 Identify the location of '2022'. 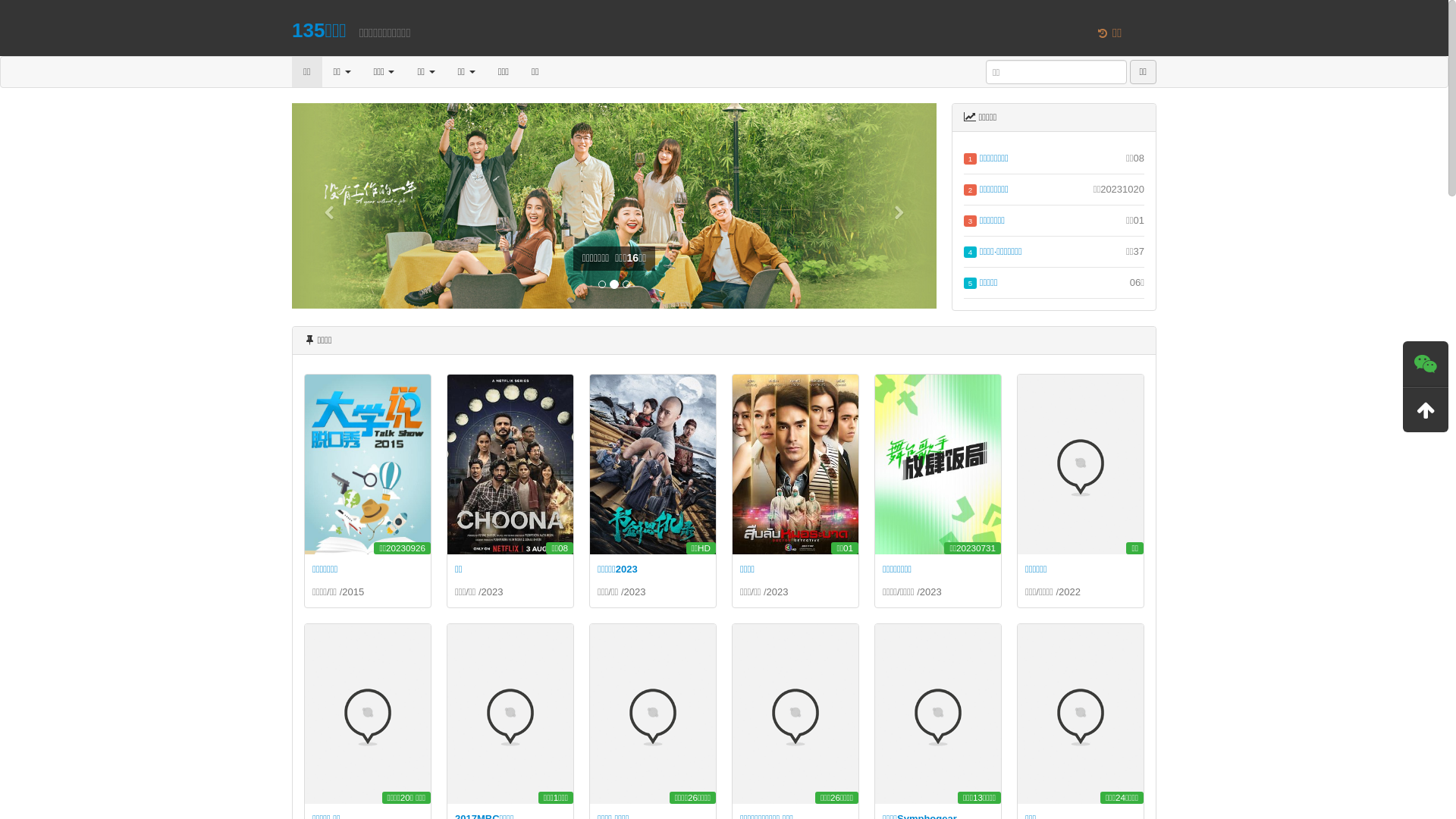
(1068, 591).